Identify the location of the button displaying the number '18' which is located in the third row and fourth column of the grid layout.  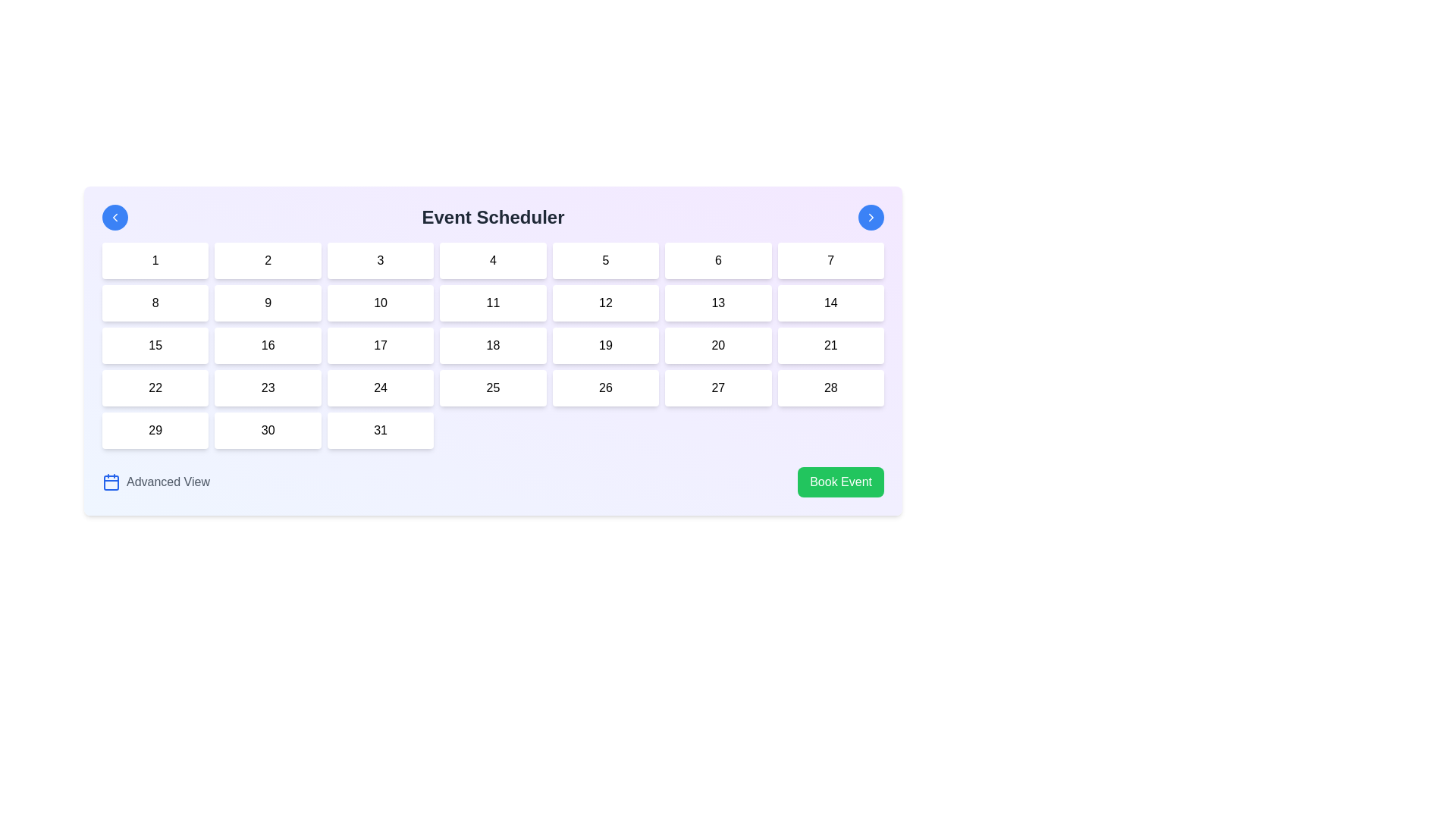
(493, 345).